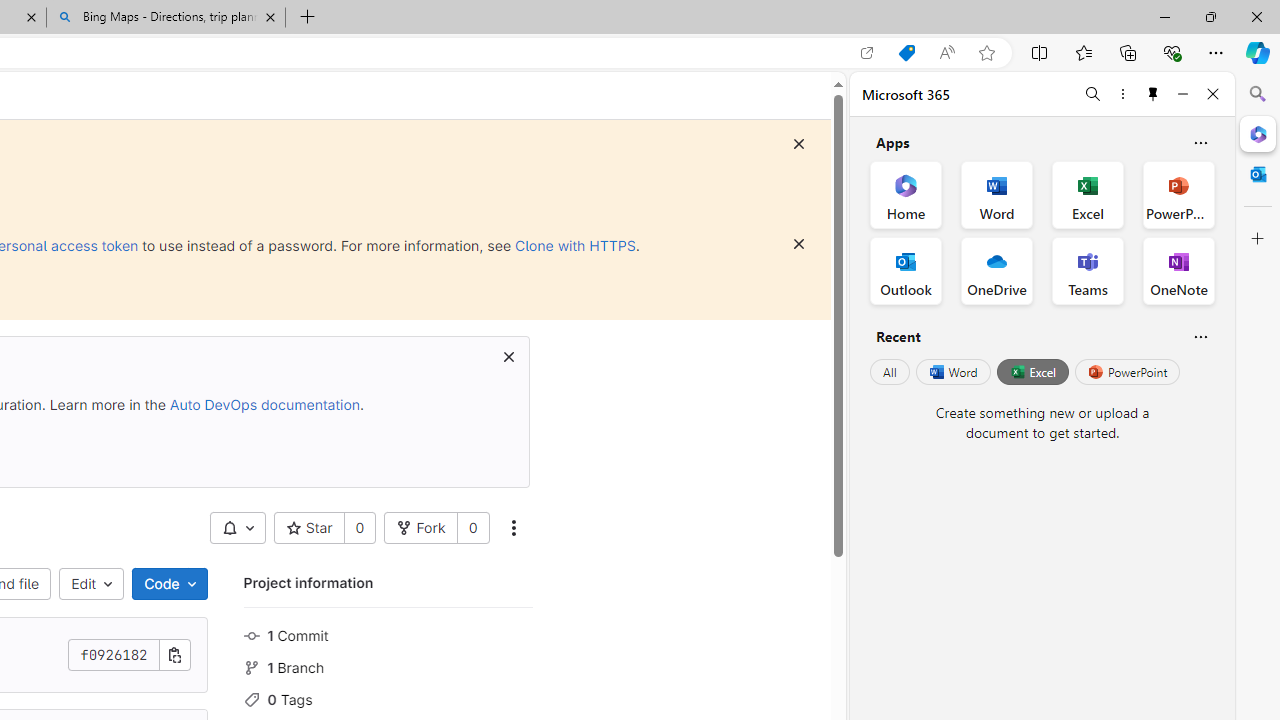 Image resolution: width=1280 pixels, height=720 pixels. I want to click on ' Star', so click(308, 527).